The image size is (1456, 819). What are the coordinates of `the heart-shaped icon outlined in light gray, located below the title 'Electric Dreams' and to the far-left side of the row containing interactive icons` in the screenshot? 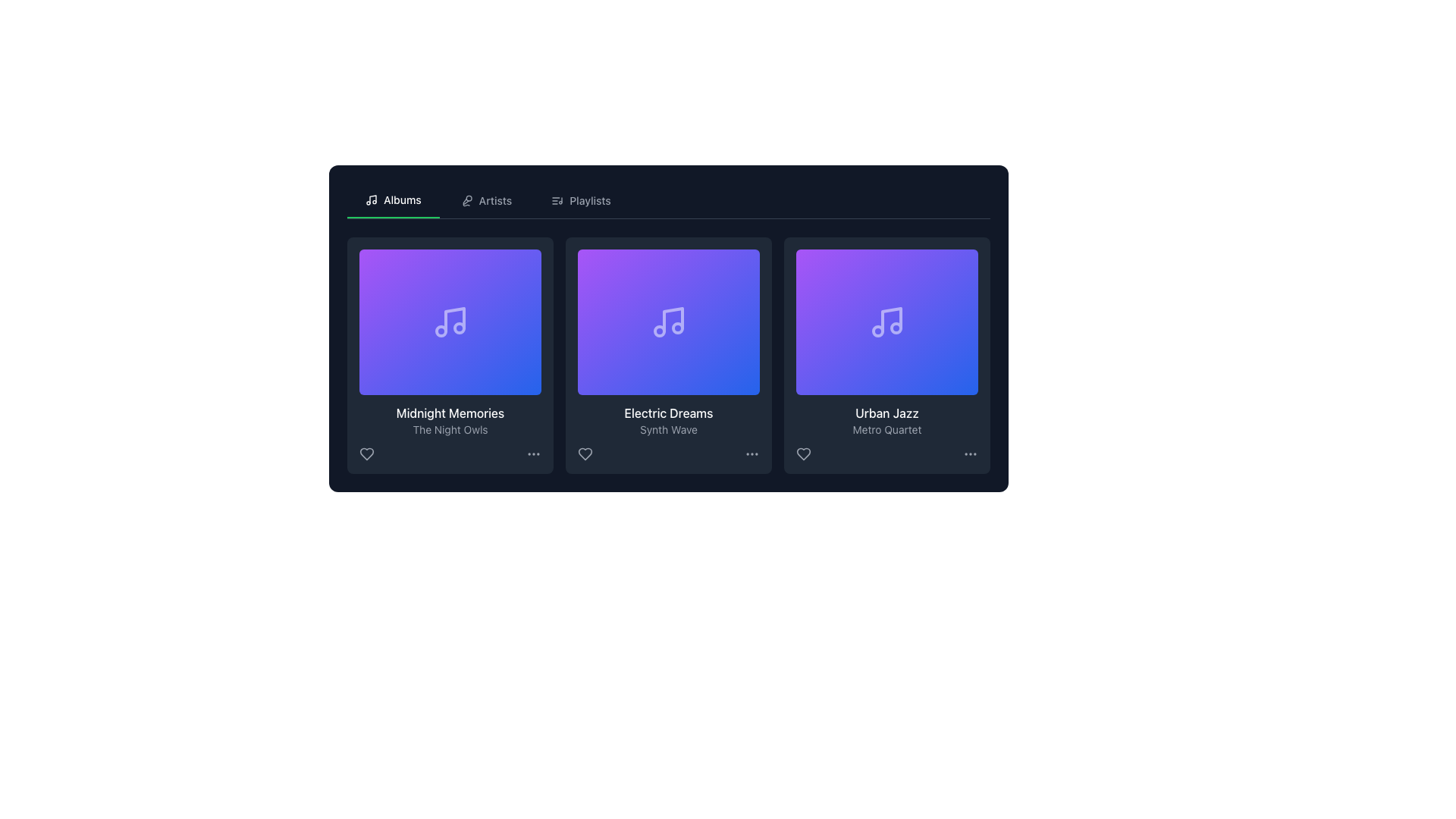 It's located at (585, 453).